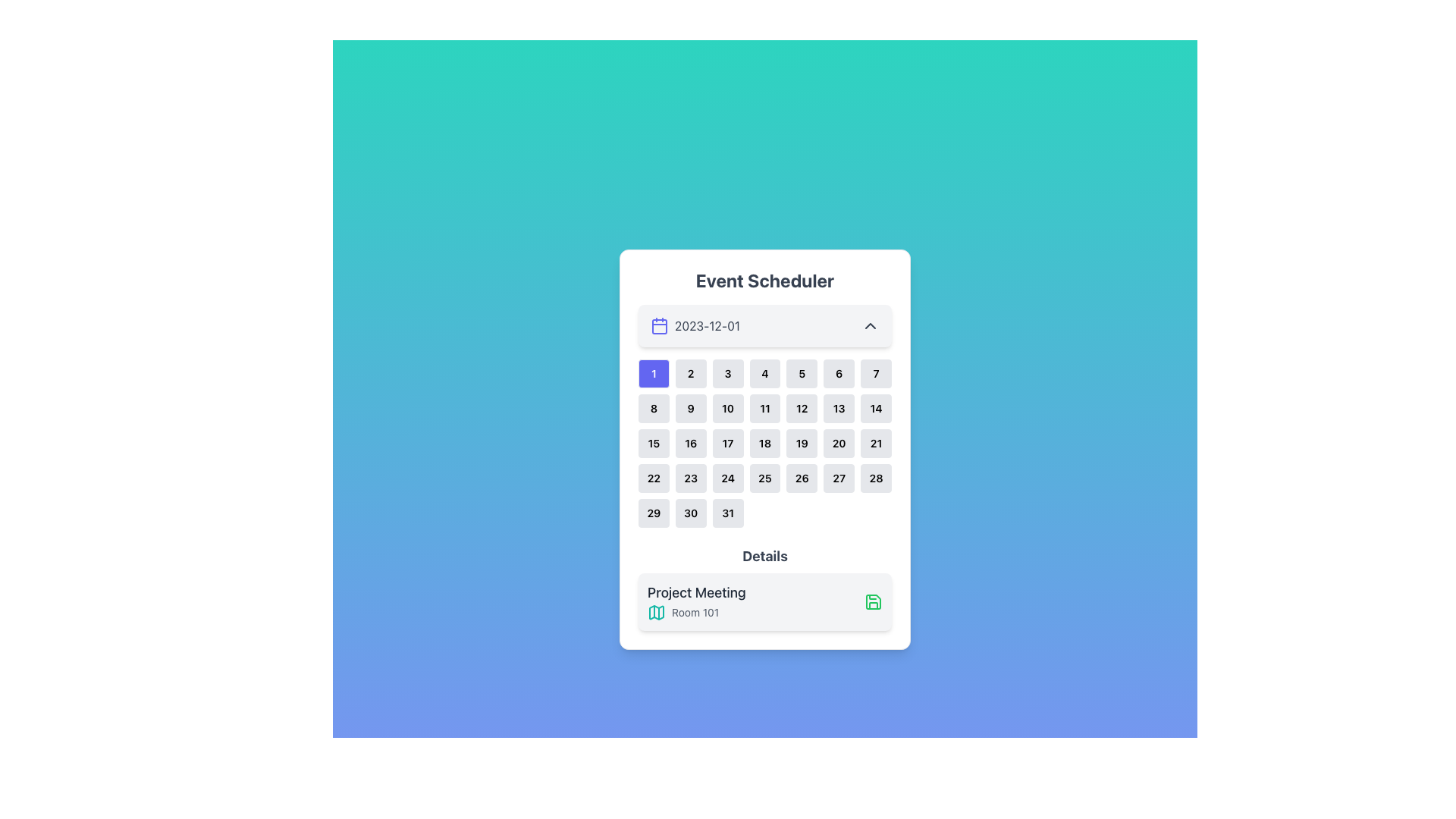 This screenshot has width=1456, height=819. I want to click on the button representing the selectable day '10' in the calendar interface under the 'Event Scheduler' headline, so click(728, 408).